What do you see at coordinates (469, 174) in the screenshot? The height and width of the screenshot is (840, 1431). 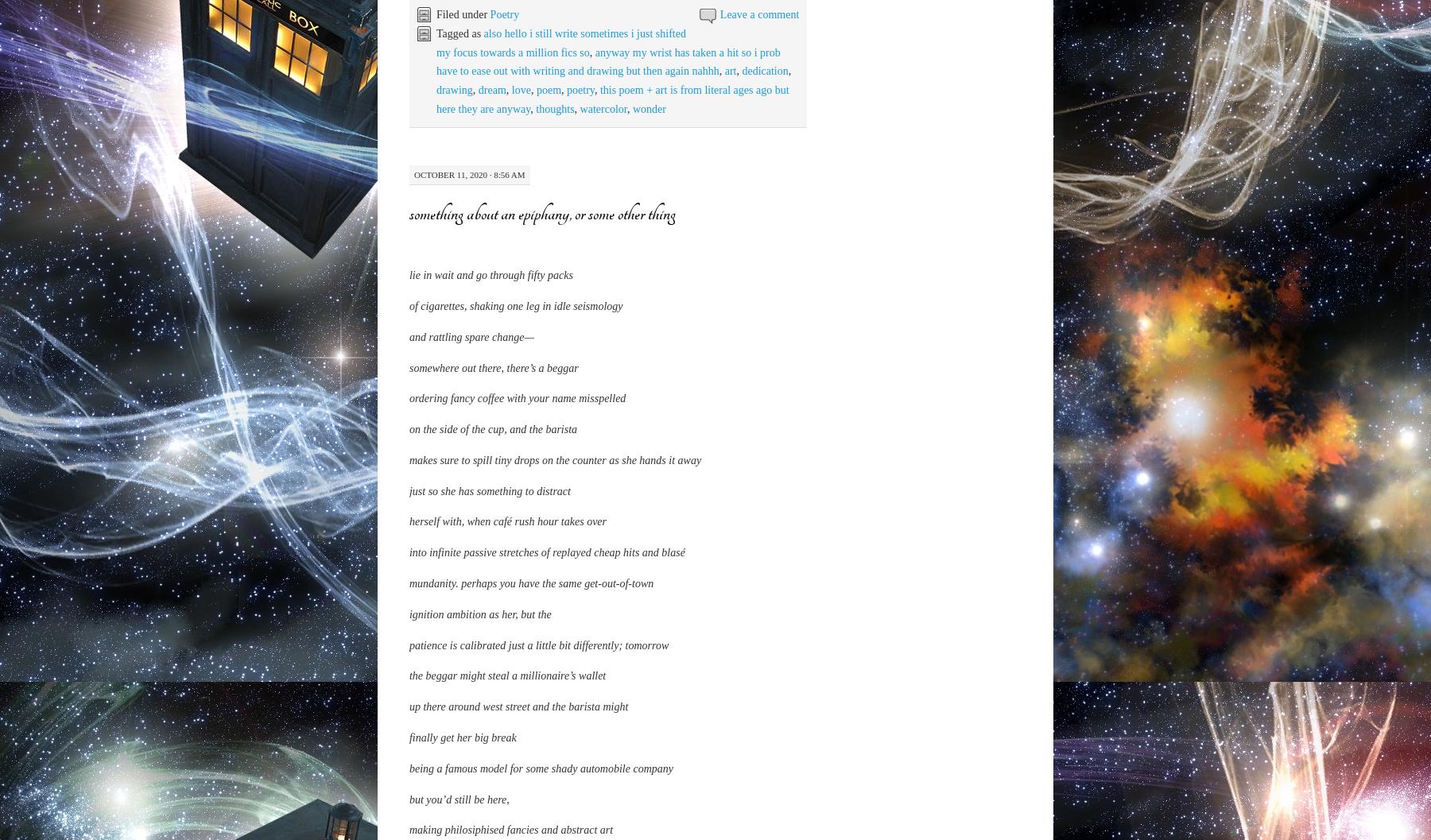 I see `'October 11, 2020 · 8:56 am'` at bounding box center [469, 174].